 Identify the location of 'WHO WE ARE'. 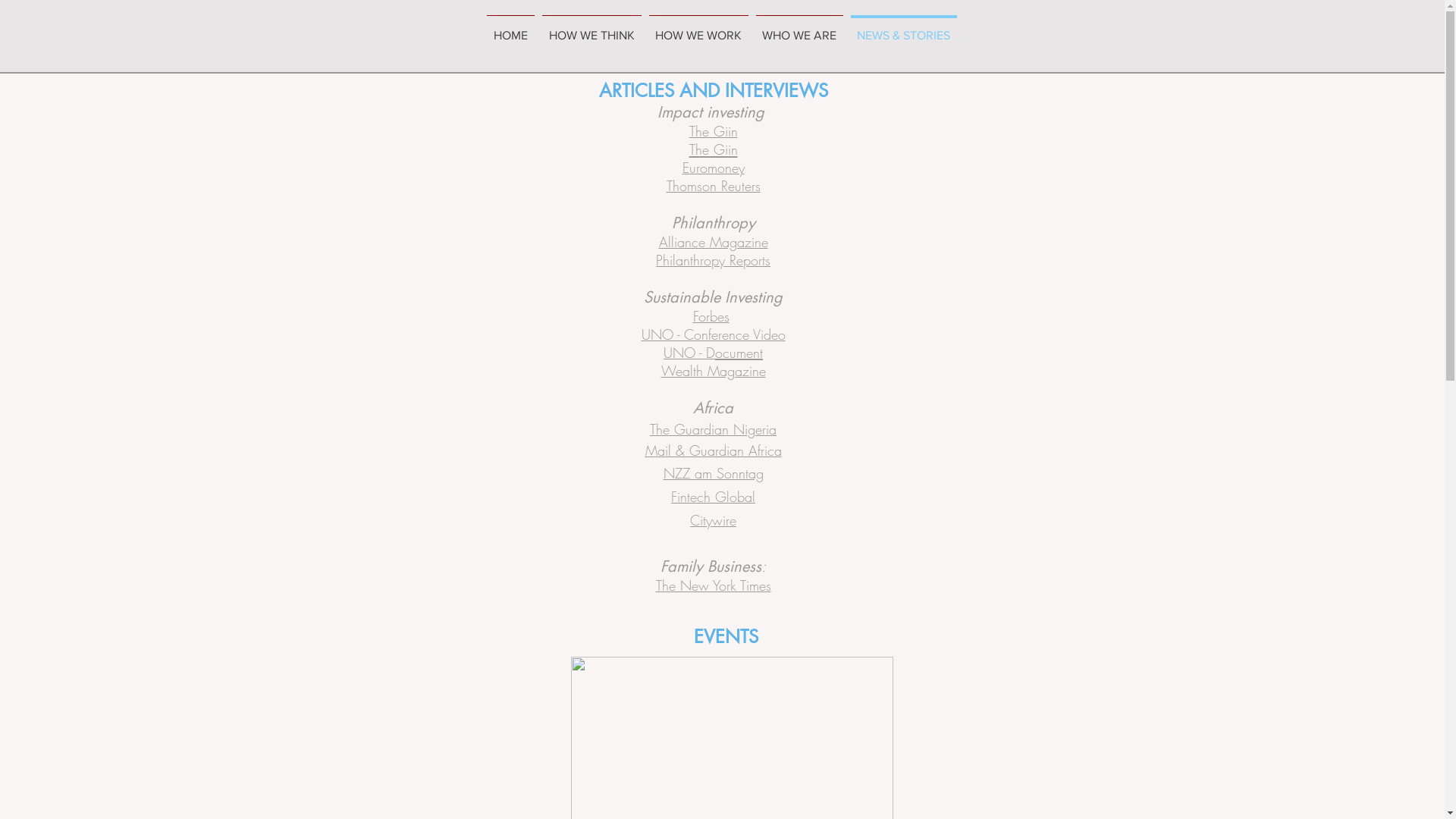
(752, 29).